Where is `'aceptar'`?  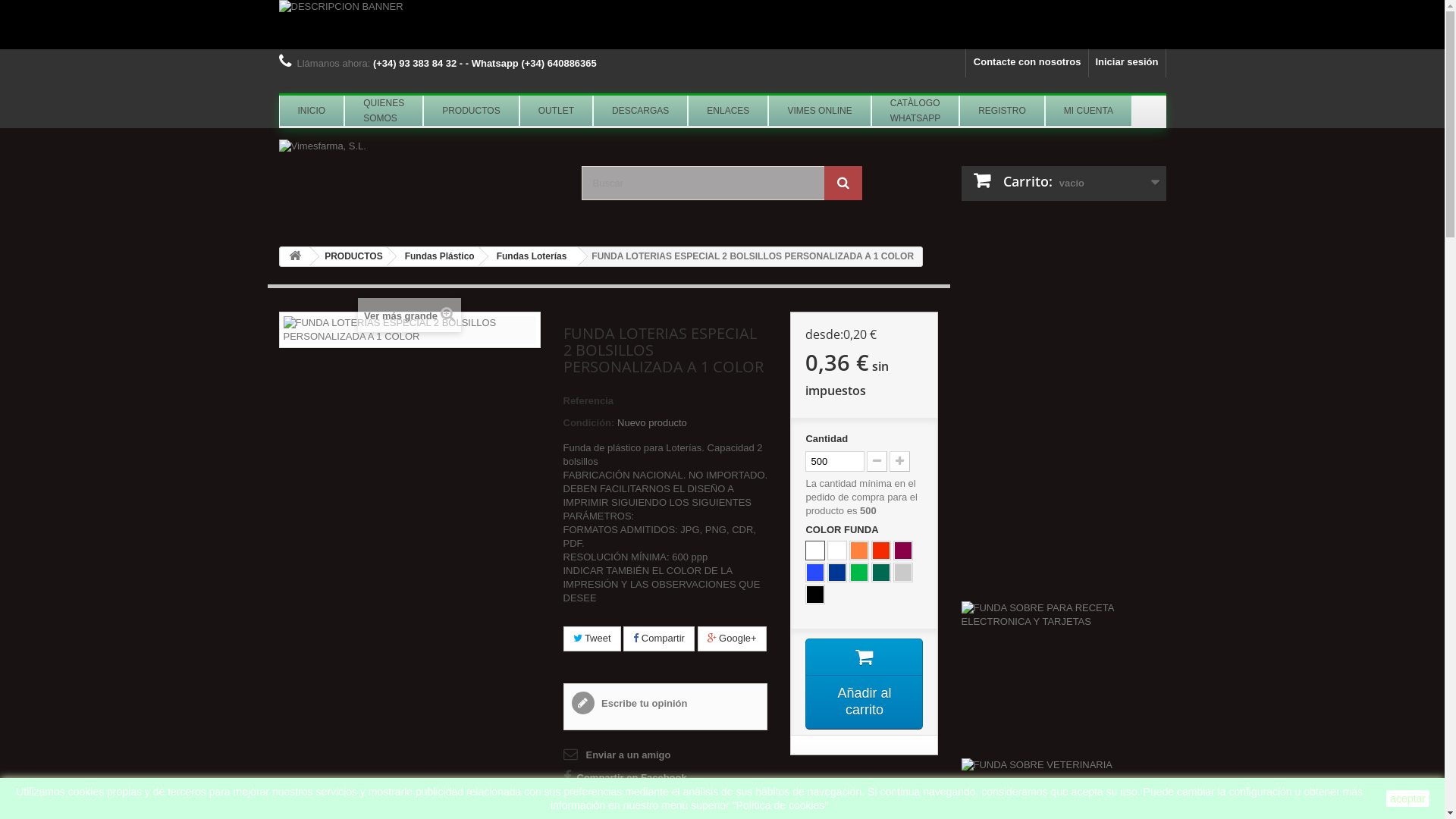
'aceptar' is located at coordinates (1407, 798).